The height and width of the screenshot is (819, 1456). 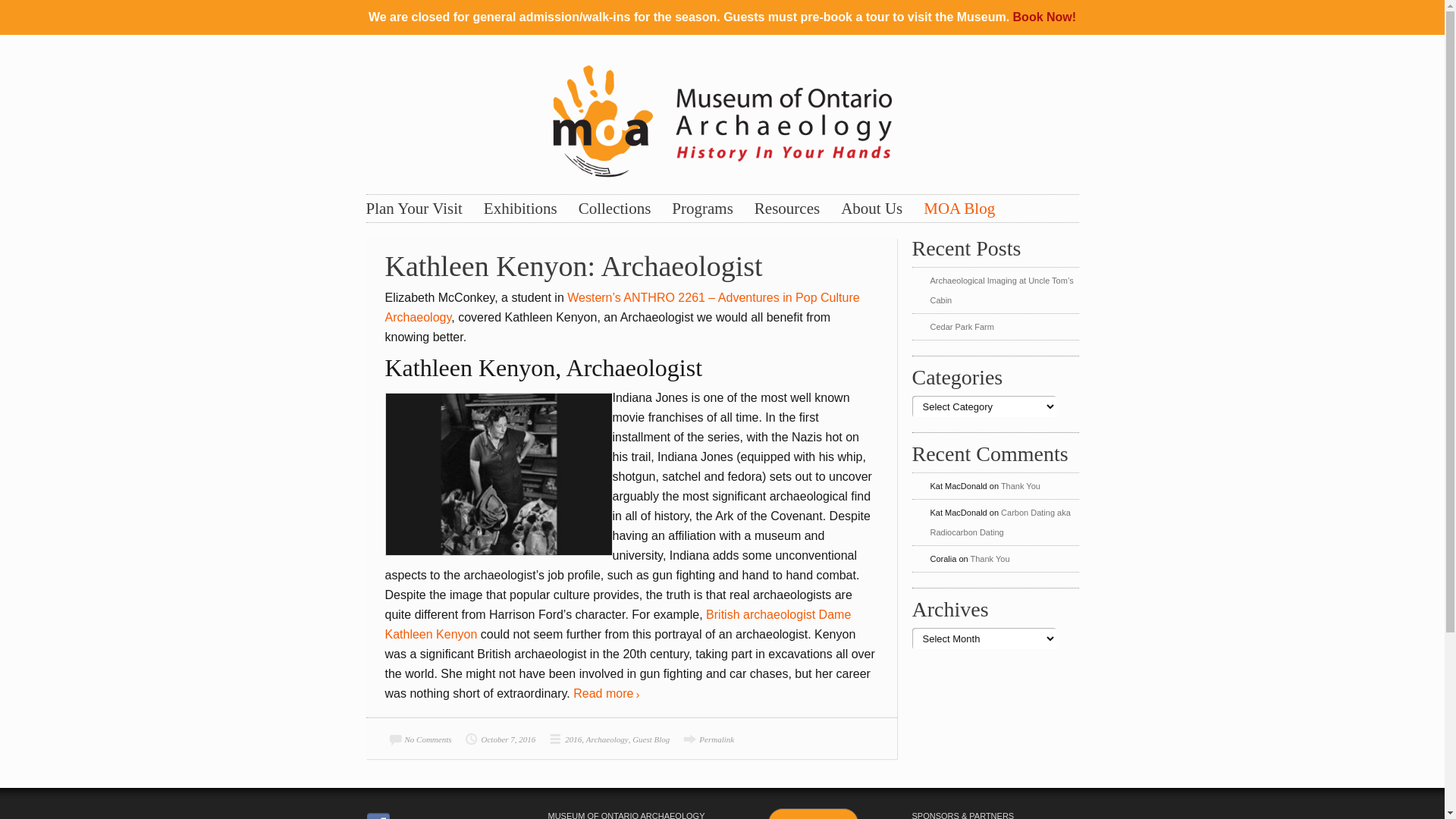 I want to click on 'Carbon Dating aka Radiocarbon Dating', so click(x=999, y=522).